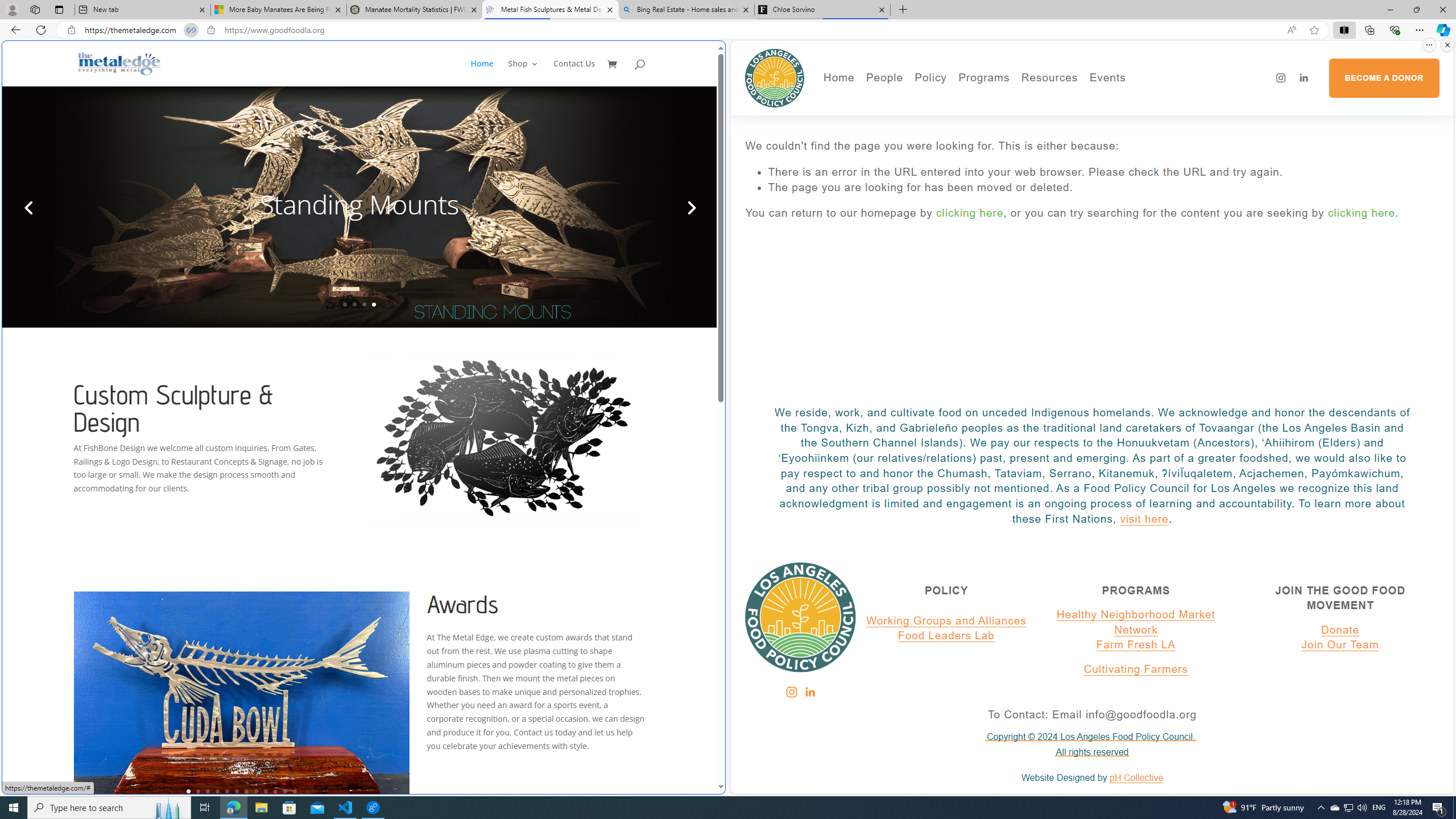 The height and width of the screenshot is (819, 1456). What do you see at coordinates (822, 9) in the screenshot?
I see `'Chloe Sorvino'` at bounding box center [822, 9].